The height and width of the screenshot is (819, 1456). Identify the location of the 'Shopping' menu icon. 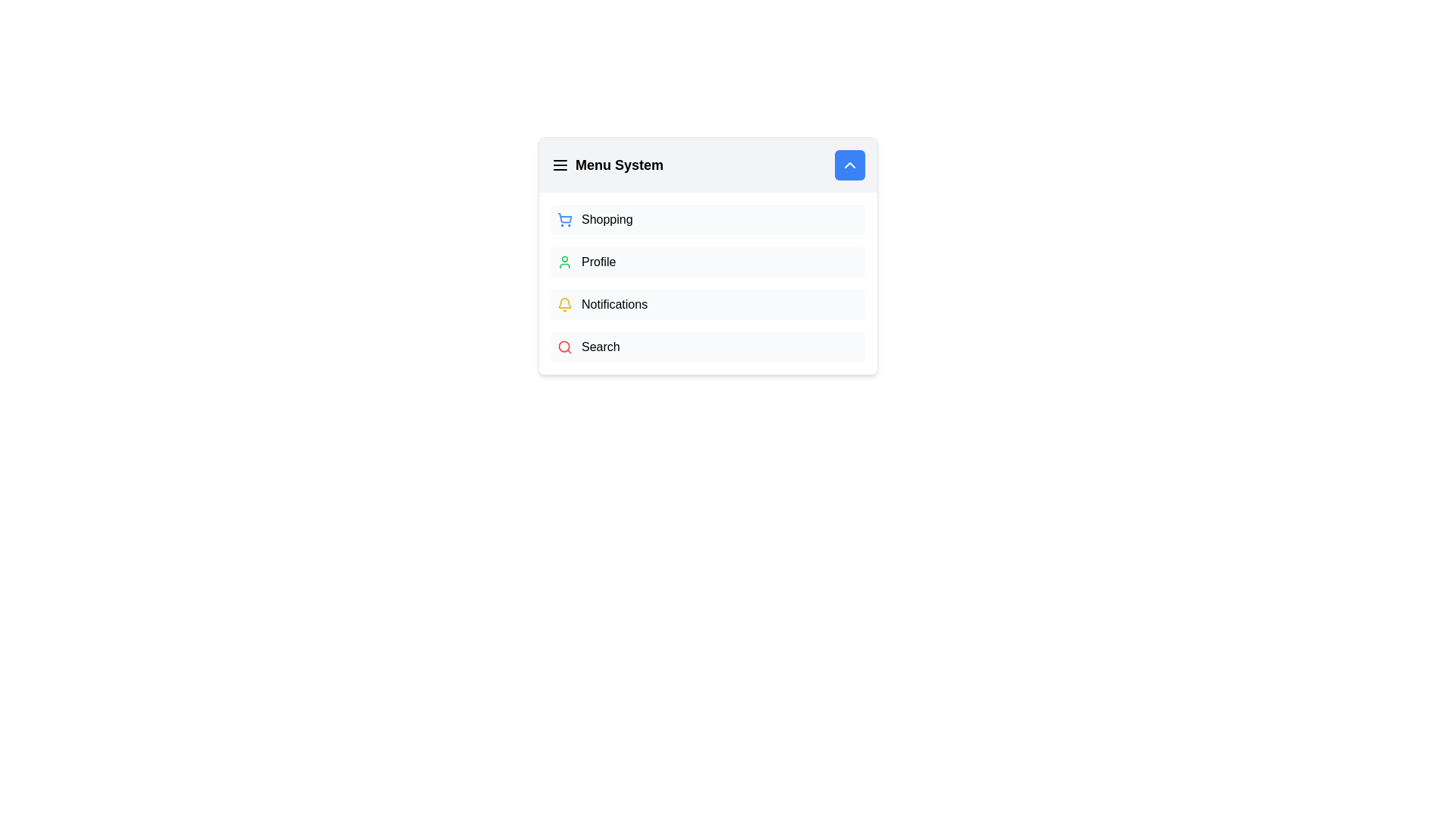
(563, 219).